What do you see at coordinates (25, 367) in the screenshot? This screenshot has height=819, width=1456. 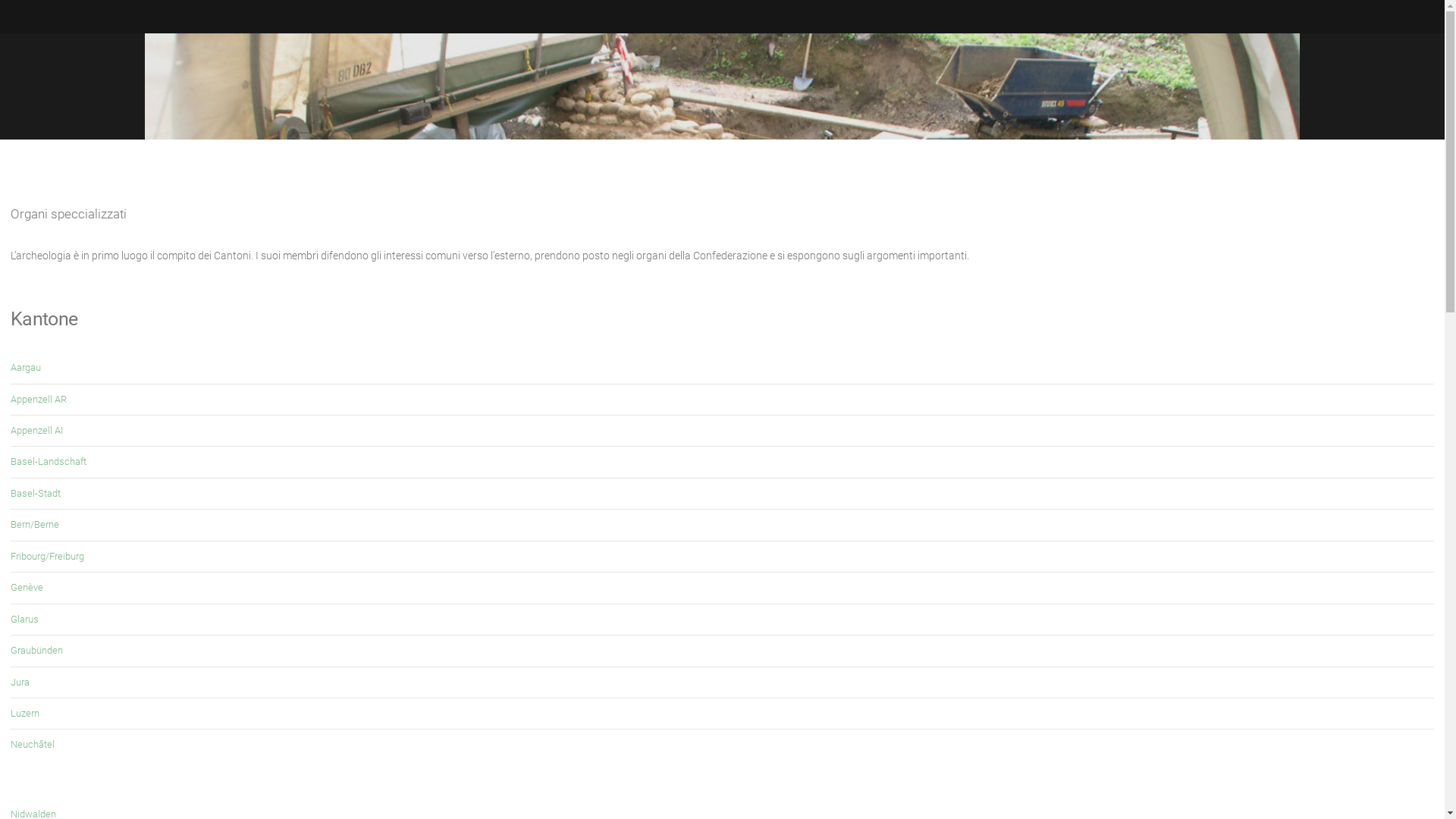 I see `'Aargau'` at bounding box center [25, 367].